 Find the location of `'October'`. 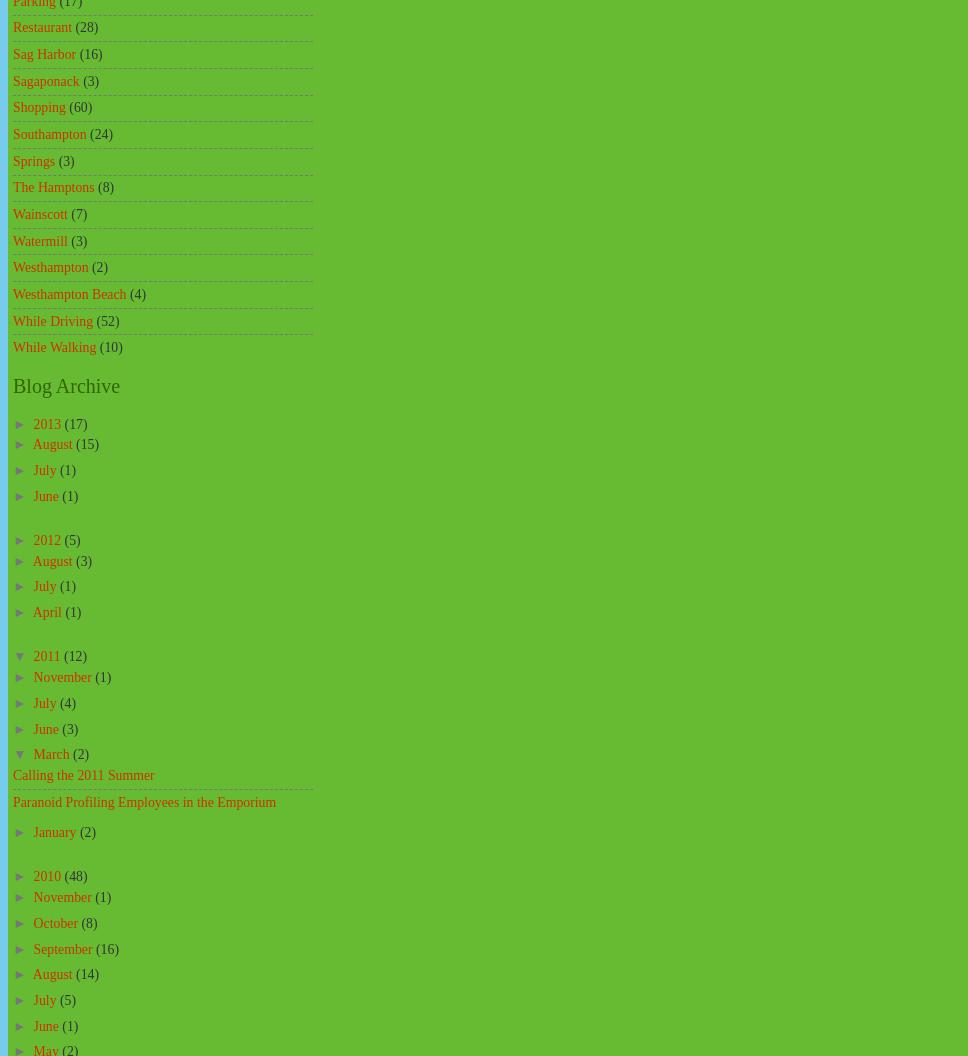

'October' is located at coordinates (56, 921).